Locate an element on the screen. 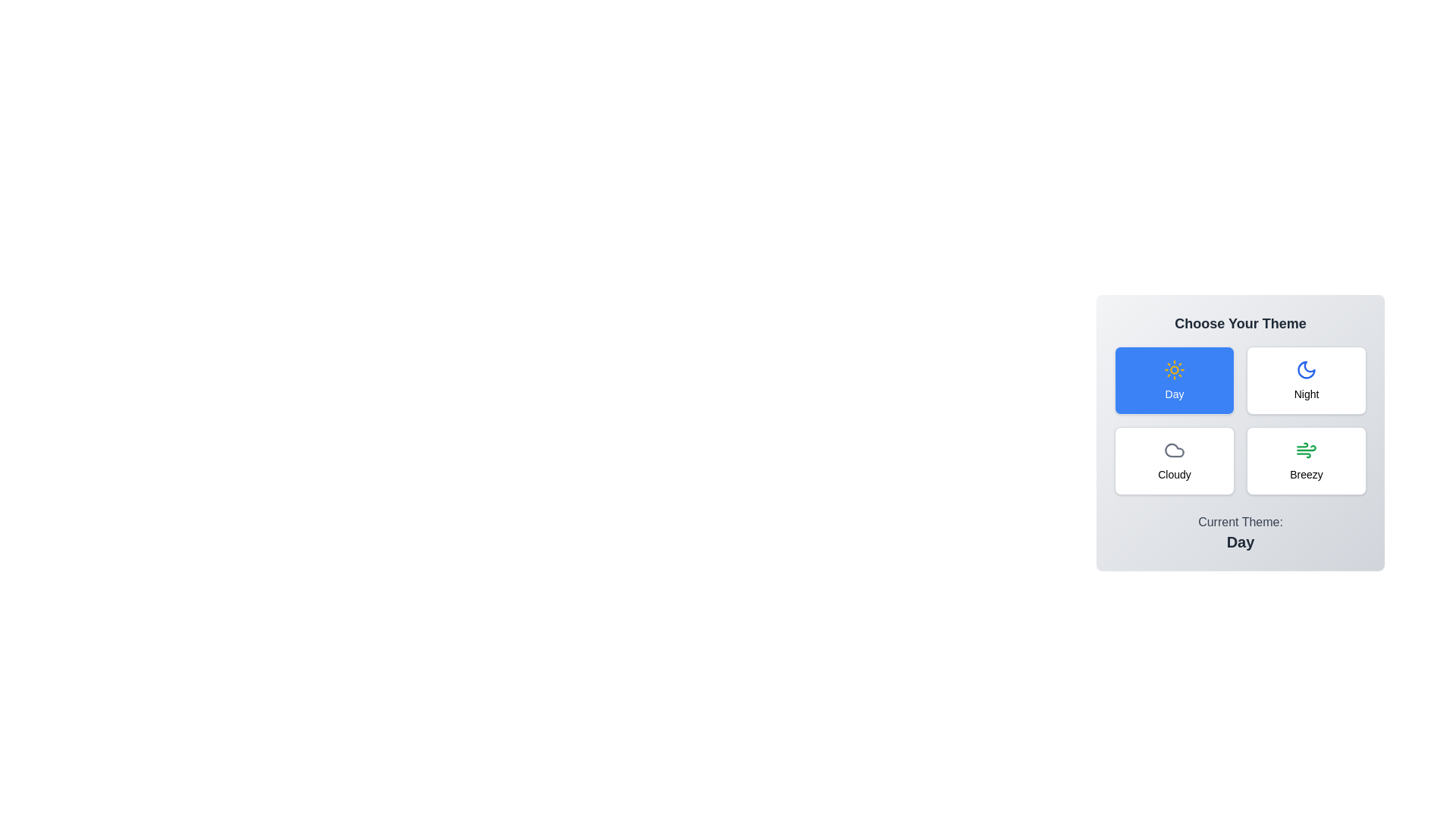 Image resolution: width=1456 pixels, height=819 pixels. the Breezy button to observe its hover effect is located at coordinates (1306, 460).